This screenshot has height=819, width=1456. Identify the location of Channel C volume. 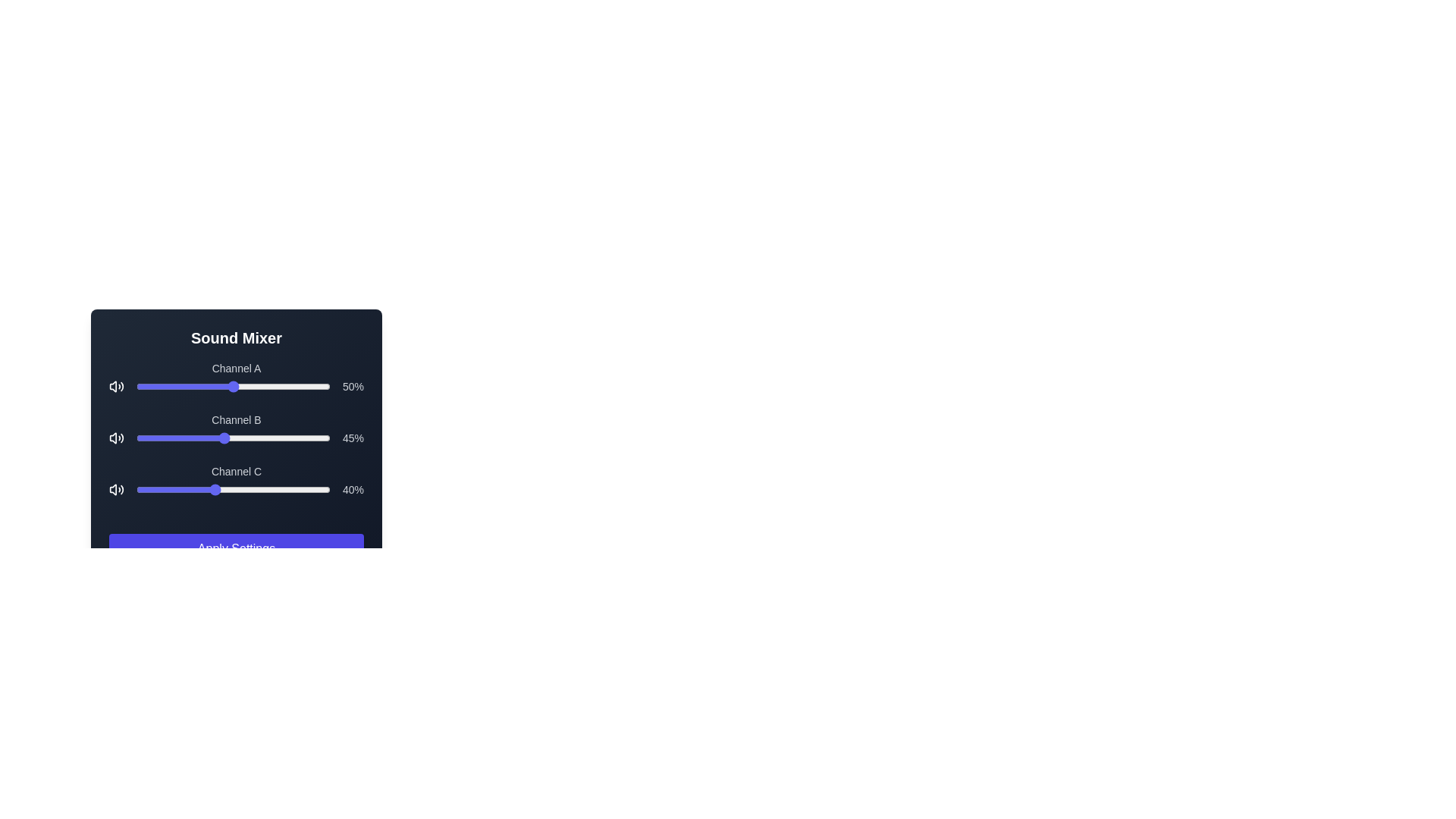
(202, 489).